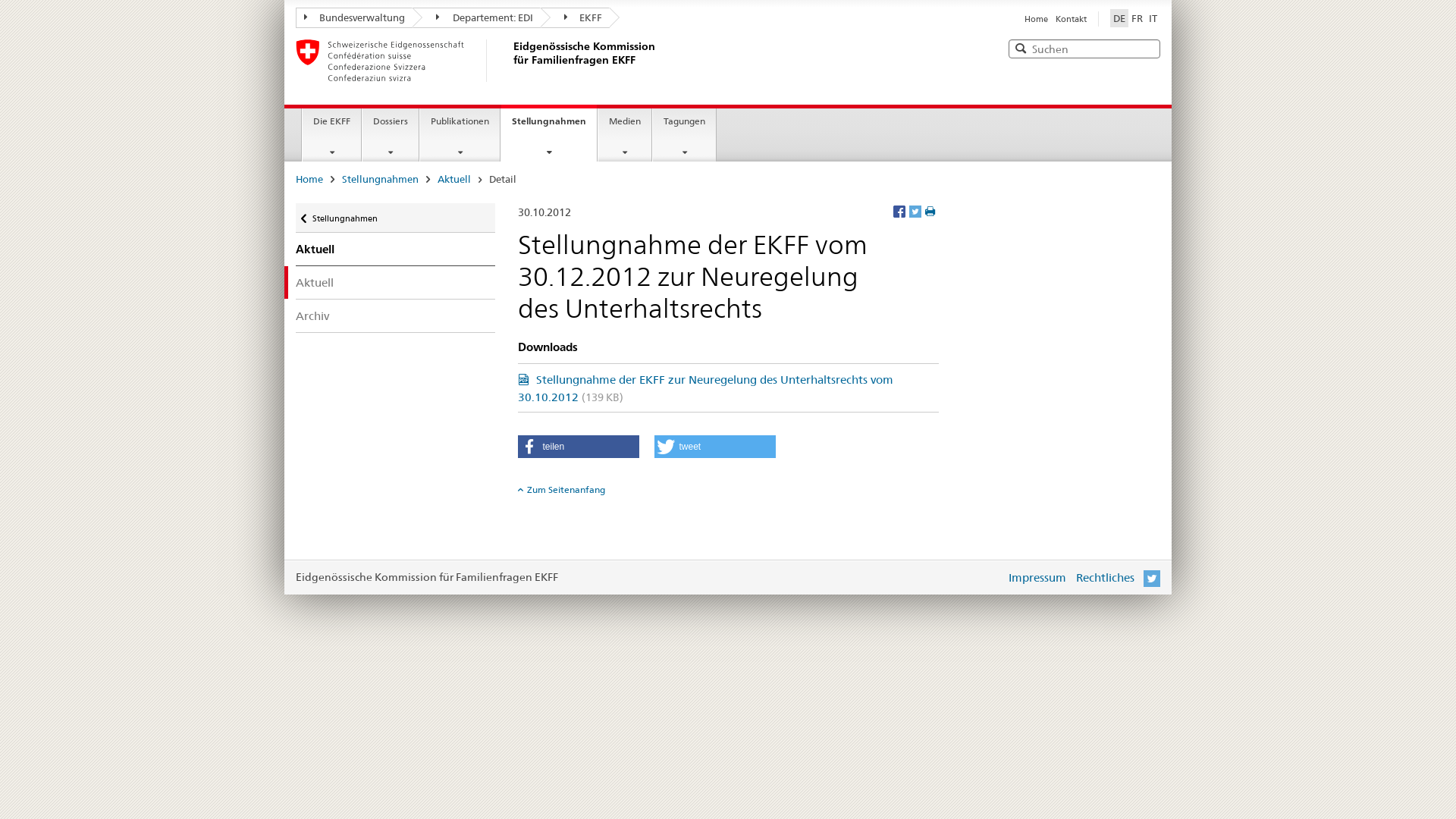 This screenshot has height=819, width=1456. Describe the element at coordinates (548, 132) in the screenshot. I see `'Stellungnahmen` at that location.